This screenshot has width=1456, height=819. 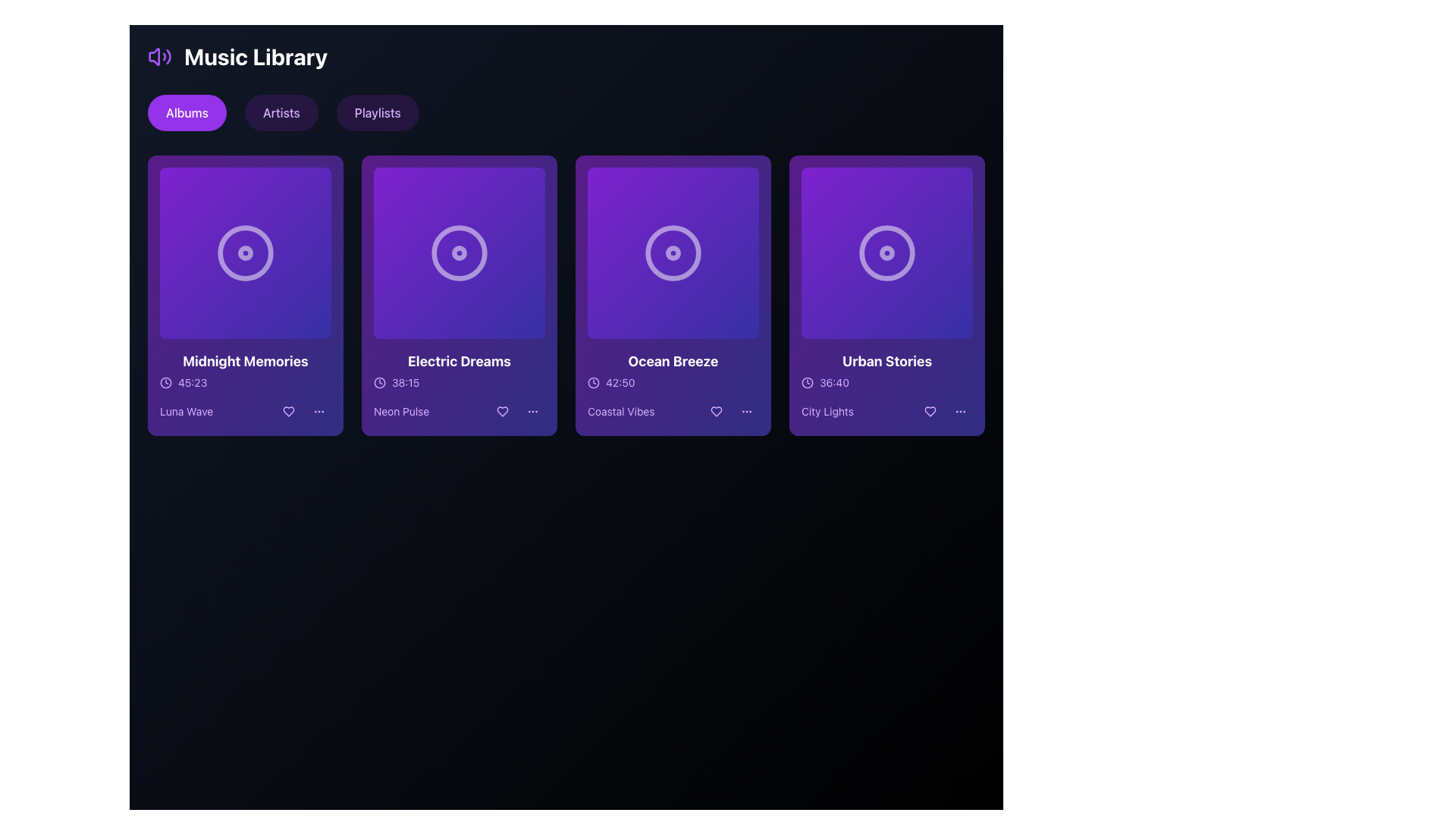 I want to click on the purple three-dot icon located at the bottom-right corner of the 'Urban Stories' music card, so click(x=960, y=412).